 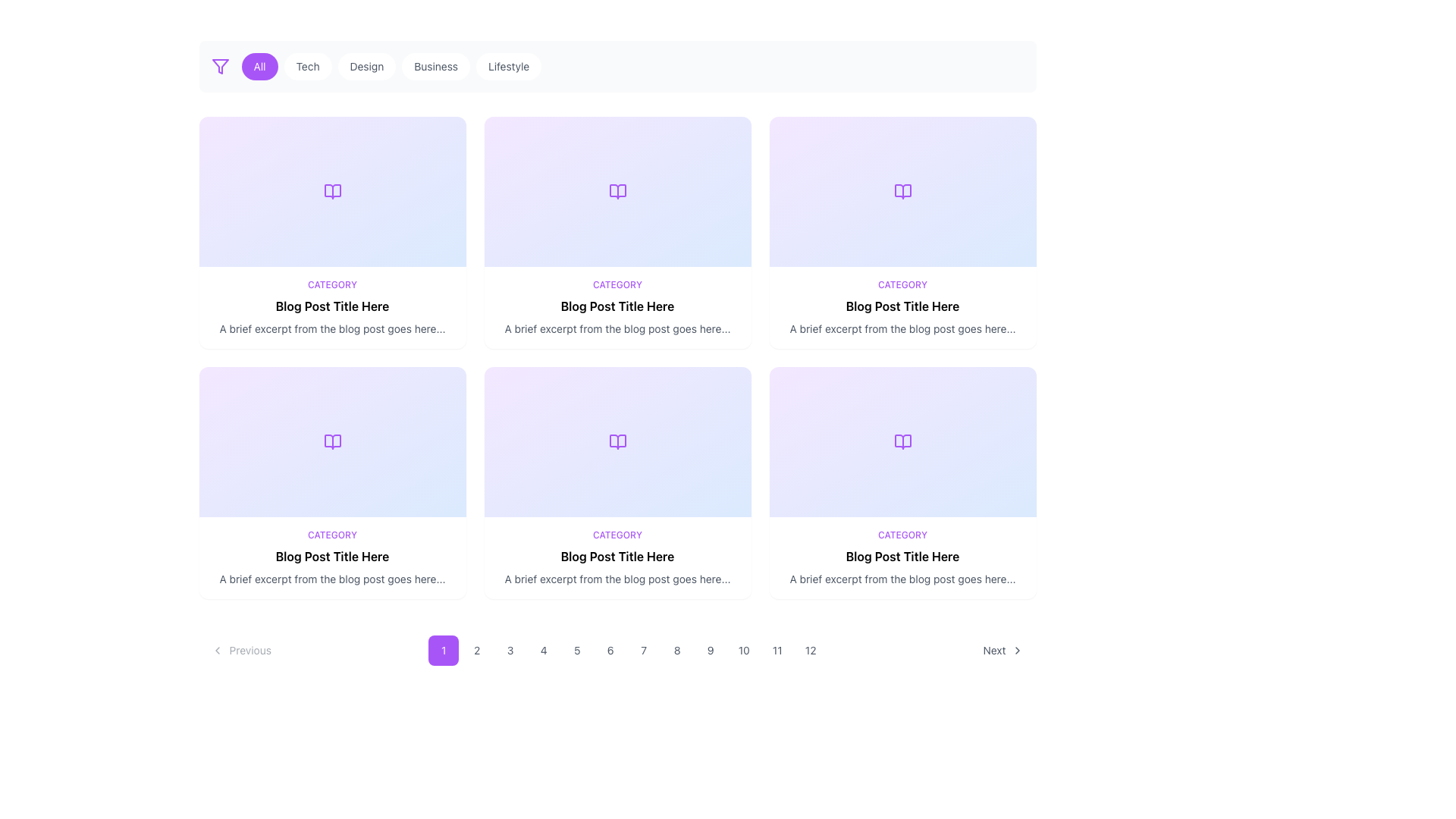 What do you see at coordinates (617, 482) in the screenshot?
I see `the fourth Preview Card in the second row of the grid layout to trigger potential hover effects` at bounding box center [617, 482].